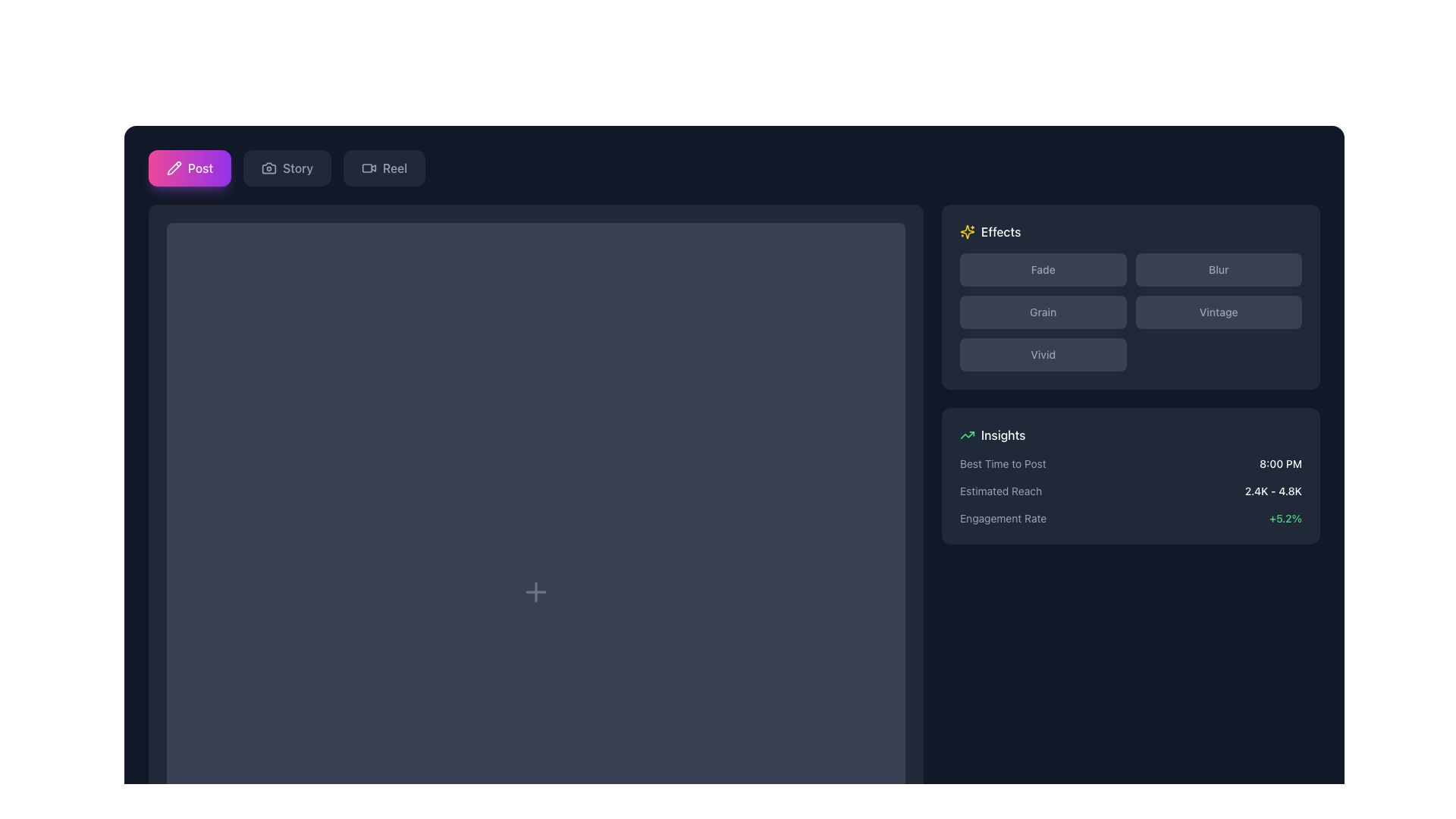  What do you see at coordinates (199, 168) in the screenshot?
I see `the 'Post' text area located in the top-left corner of the interface, styled in white on a gradient pink to purple rounded rectangle button` at bounding box center [199, 168].